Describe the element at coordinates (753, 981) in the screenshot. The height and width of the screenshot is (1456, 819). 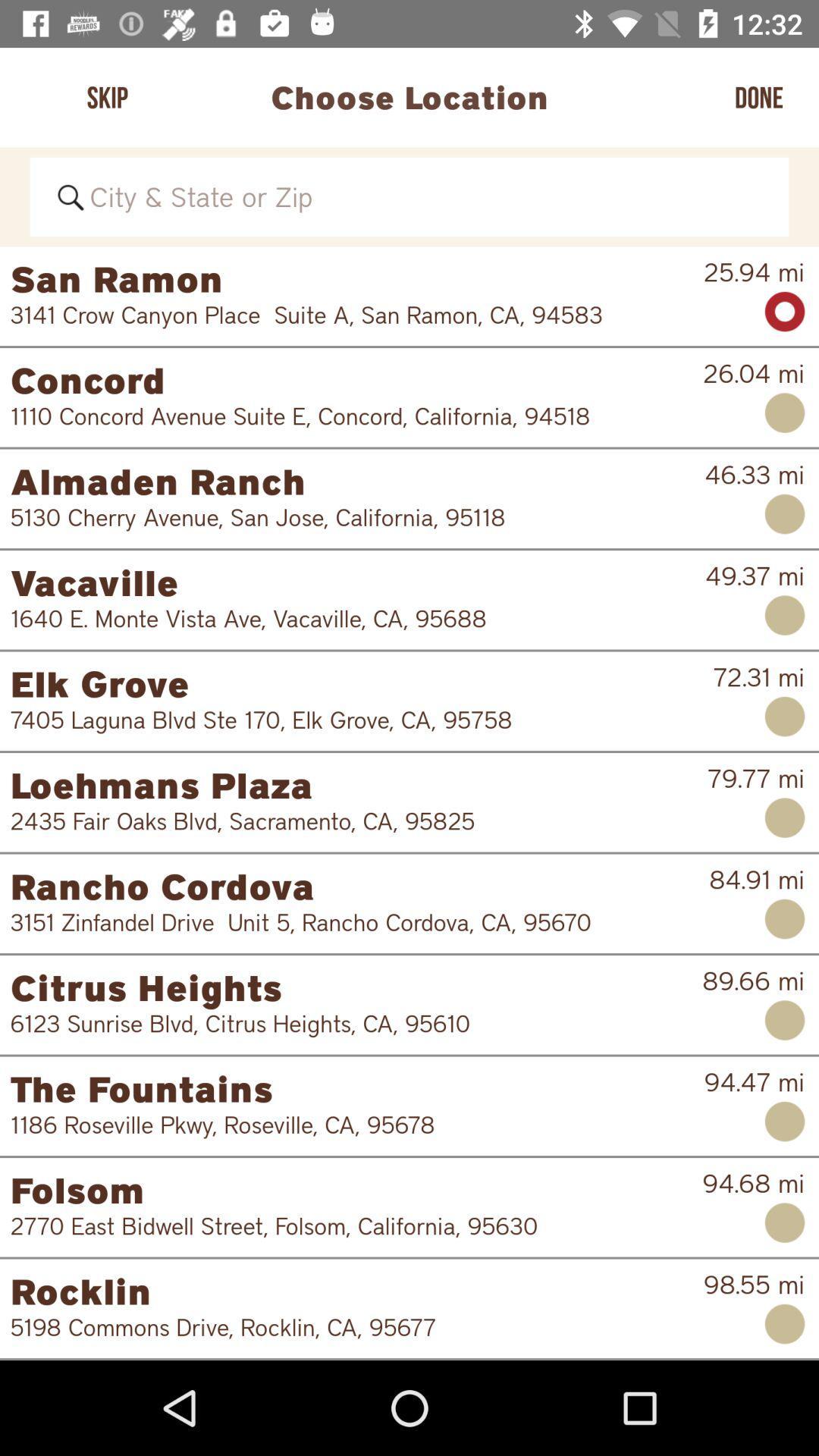
I see `89.66 mi icon` at that location.